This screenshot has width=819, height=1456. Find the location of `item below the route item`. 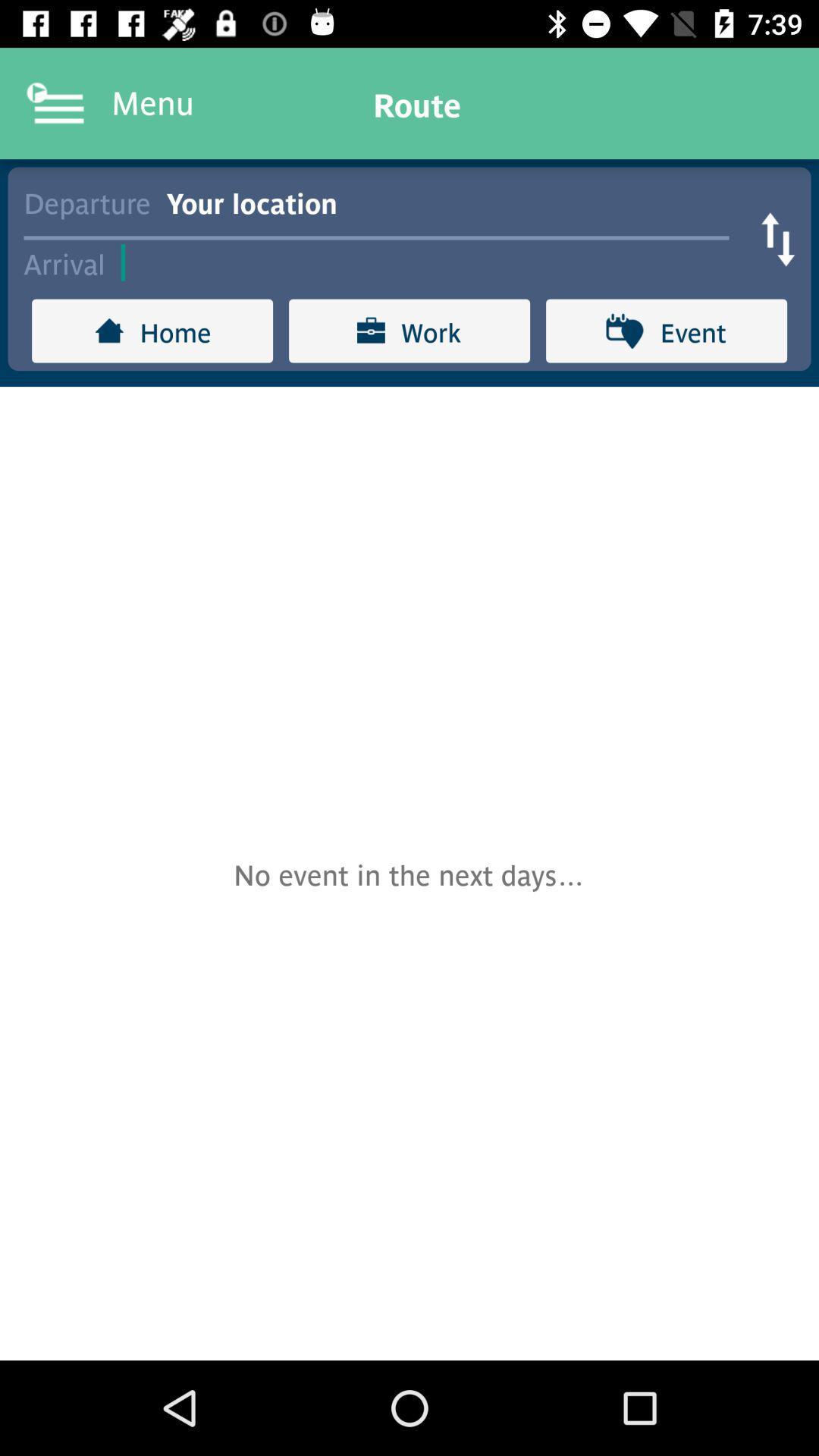

item below the route item is located at coordinates (455, 200).